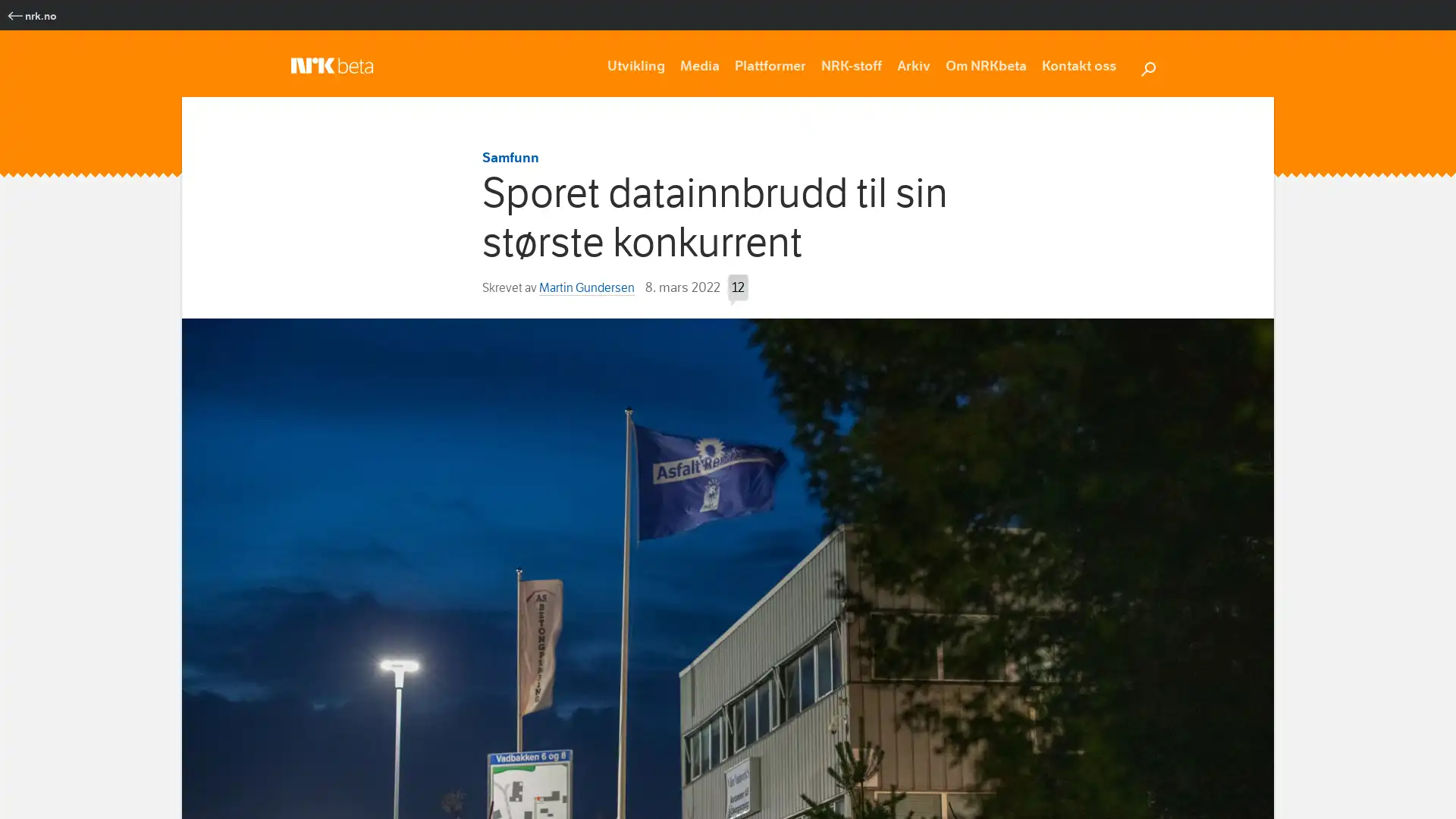 The image size is (1456, 819). I want to click on Apne sk, so click(1147, 66).